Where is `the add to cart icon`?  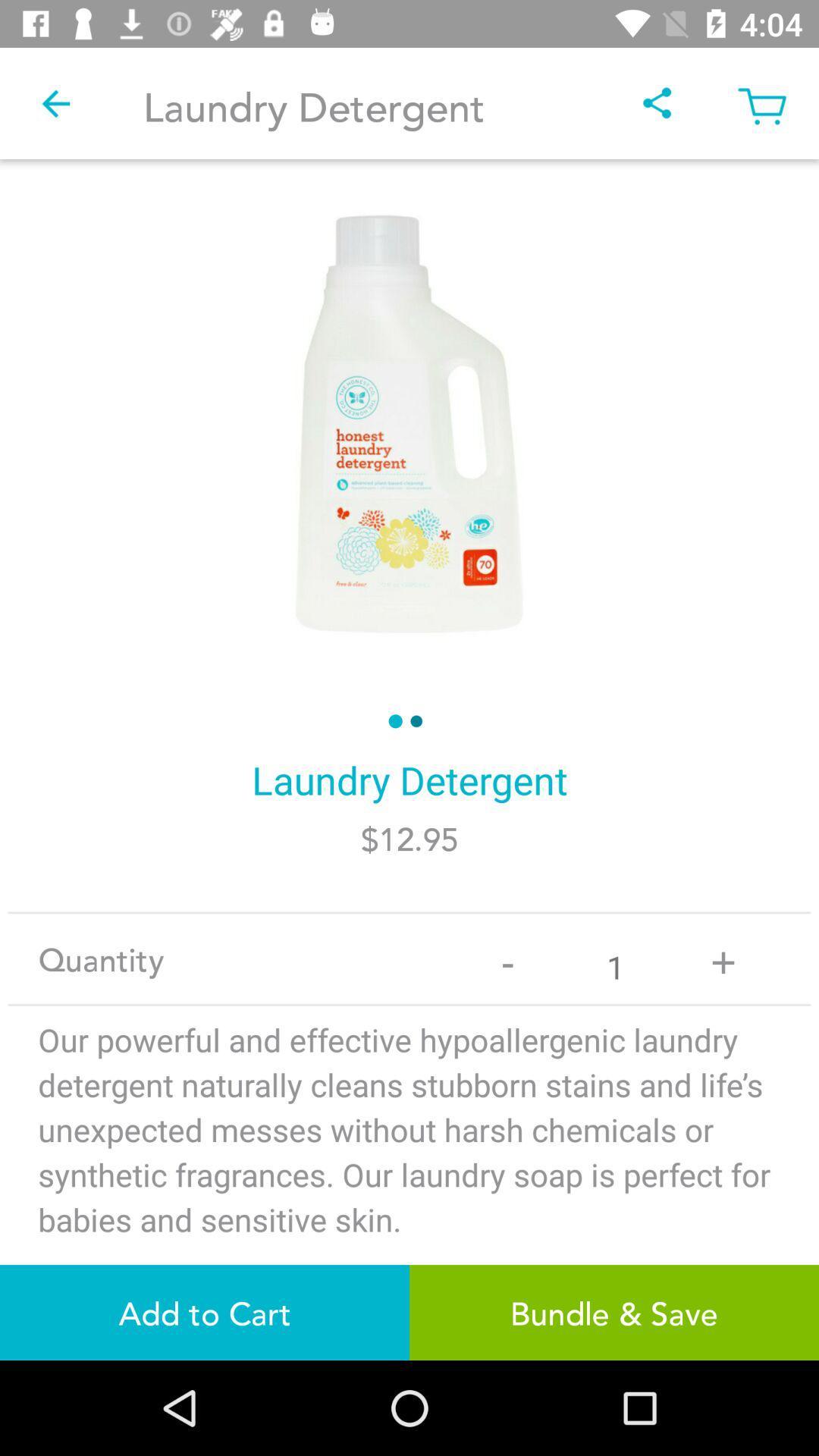
the add to cart icon is located at coordinates (205, 1312).